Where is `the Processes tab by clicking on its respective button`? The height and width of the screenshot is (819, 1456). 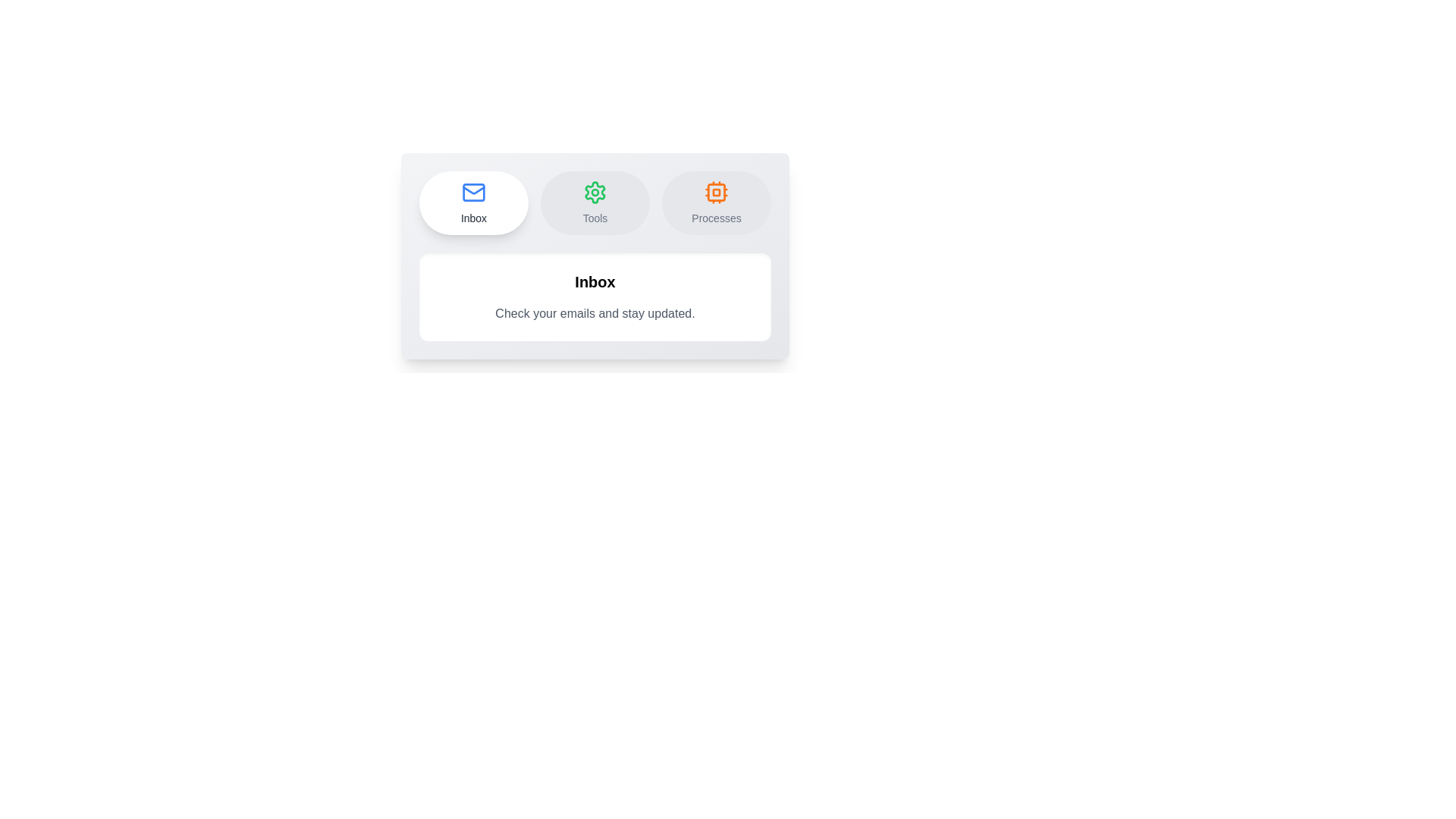
the Processes tab by clicking on its respective button is located at coordinates (716, 202).